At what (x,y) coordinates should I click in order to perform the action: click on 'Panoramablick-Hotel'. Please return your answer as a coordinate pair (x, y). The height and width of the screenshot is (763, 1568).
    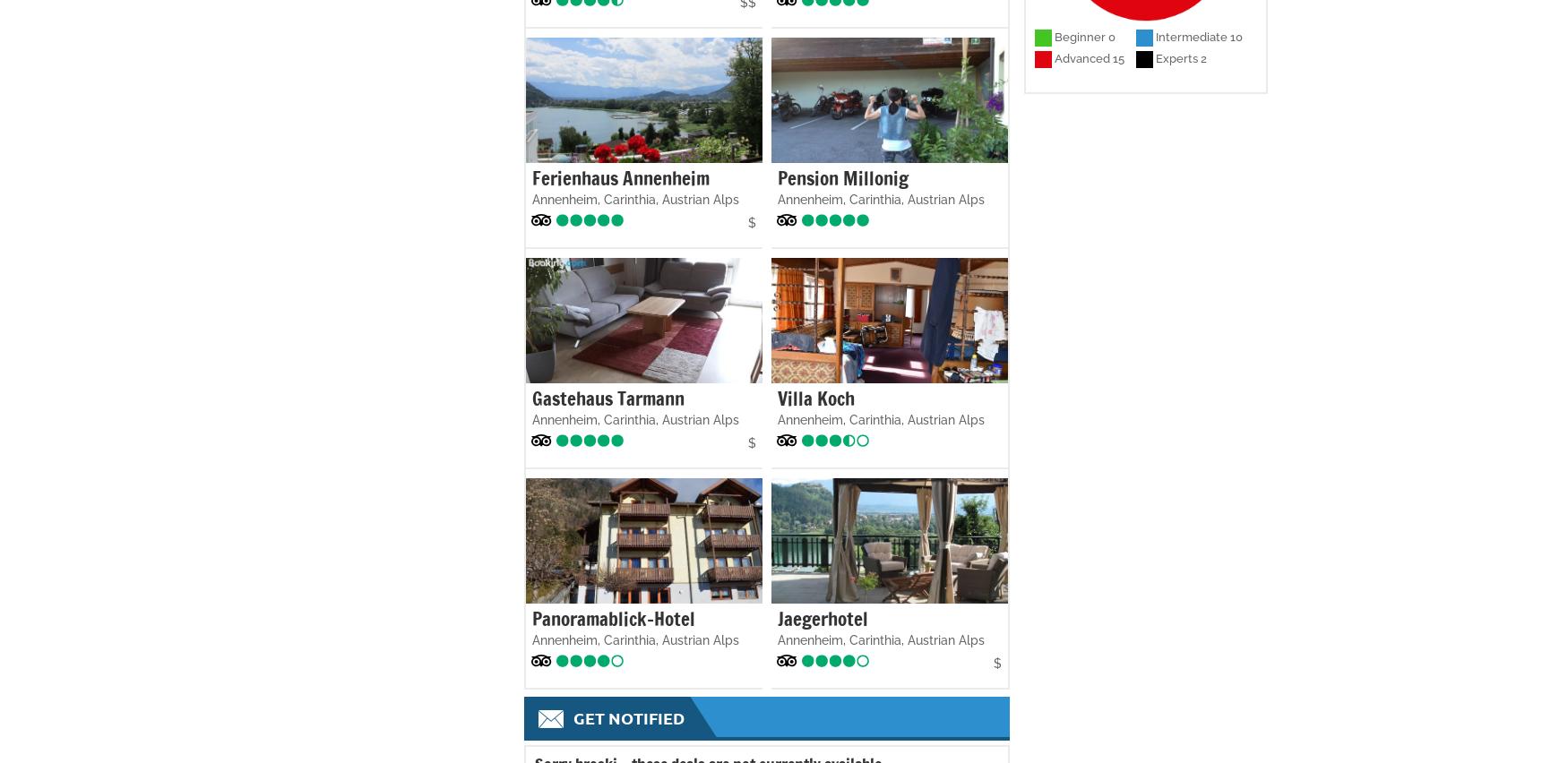
    Looking at the image, I should click on (612, 618).